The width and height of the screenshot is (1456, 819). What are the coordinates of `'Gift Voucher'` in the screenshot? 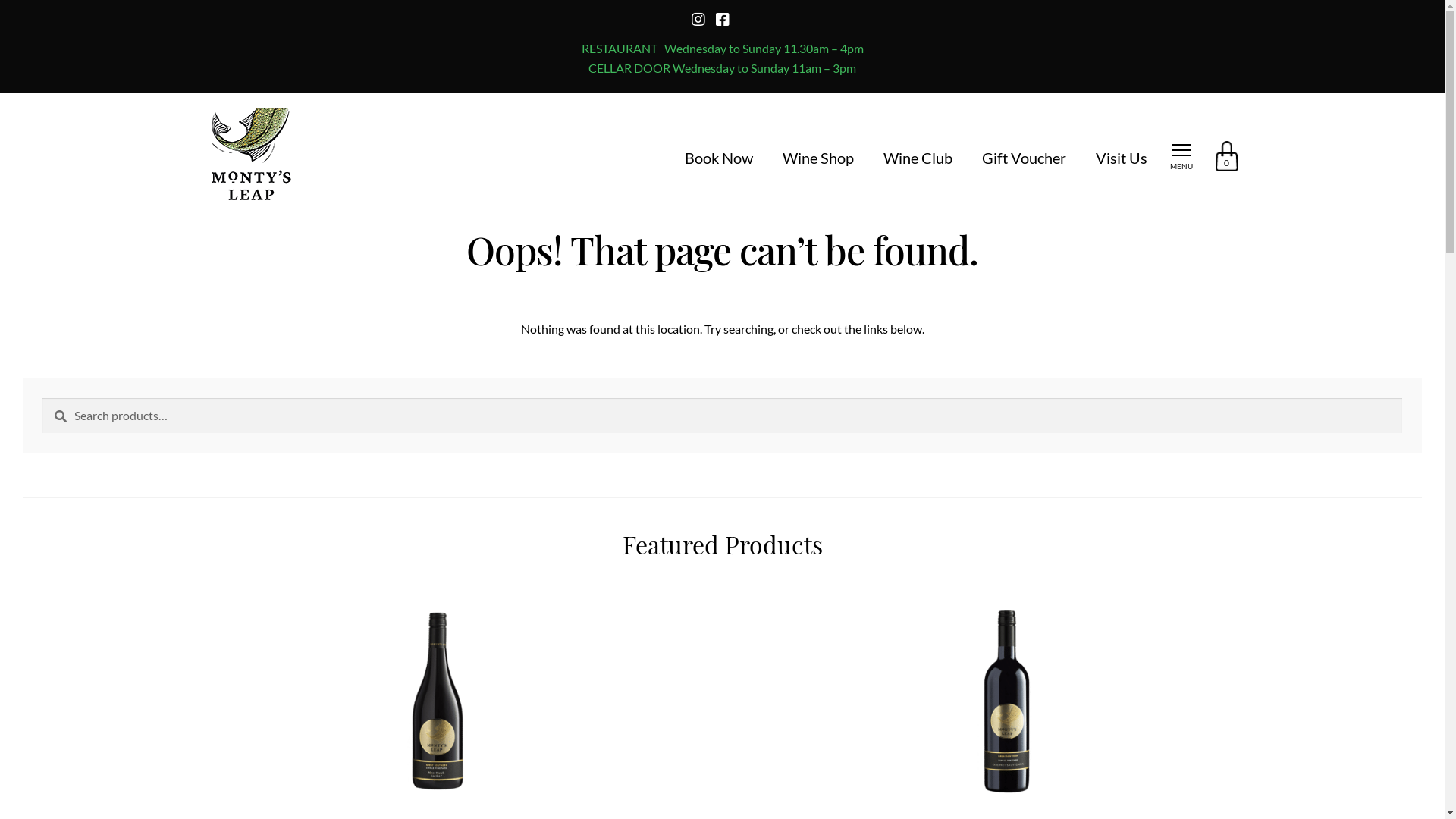 It's located at (981, 158).